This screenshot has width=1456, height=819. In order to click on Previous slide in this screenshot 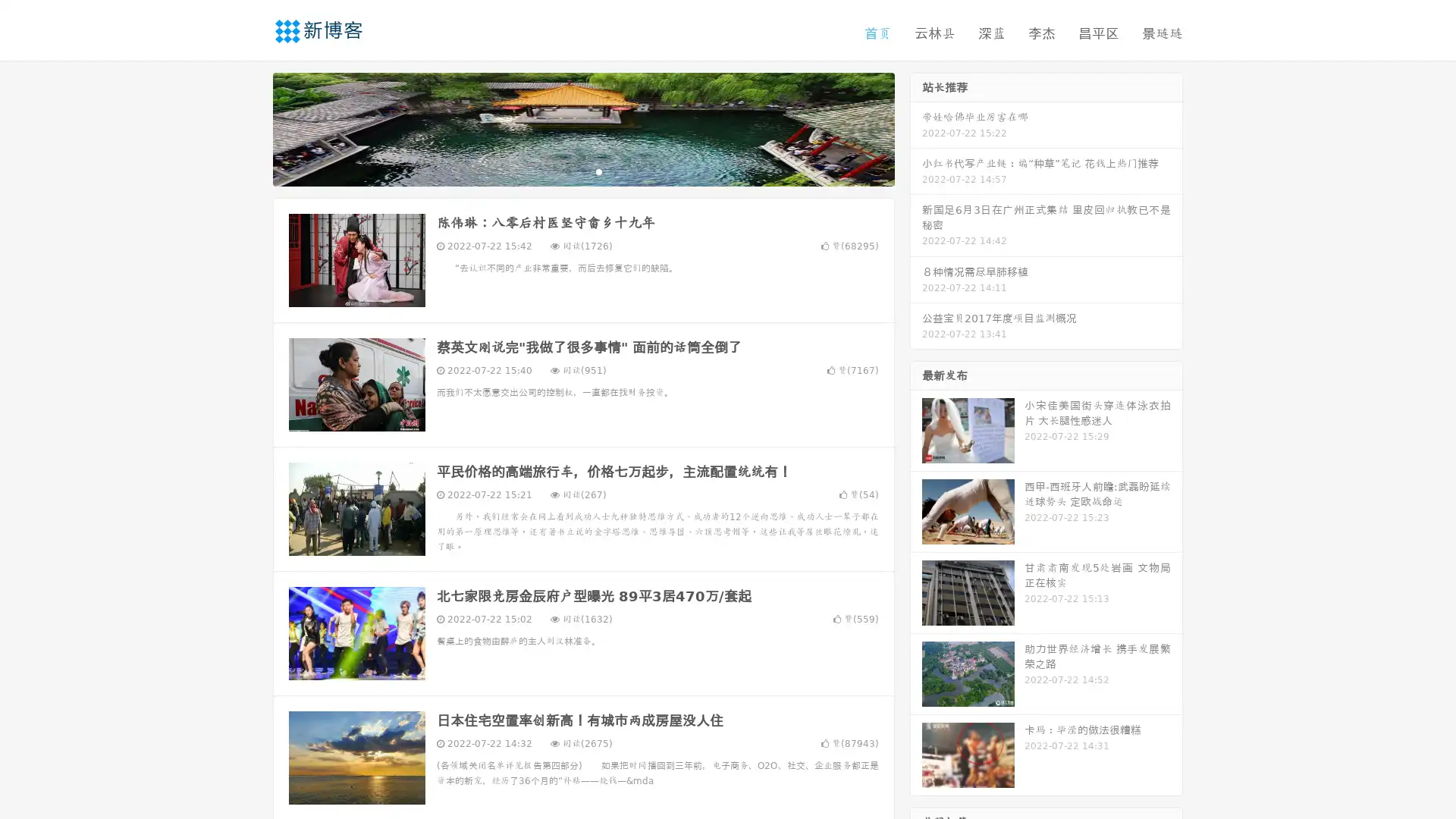, I will do `click(250, 127)`.